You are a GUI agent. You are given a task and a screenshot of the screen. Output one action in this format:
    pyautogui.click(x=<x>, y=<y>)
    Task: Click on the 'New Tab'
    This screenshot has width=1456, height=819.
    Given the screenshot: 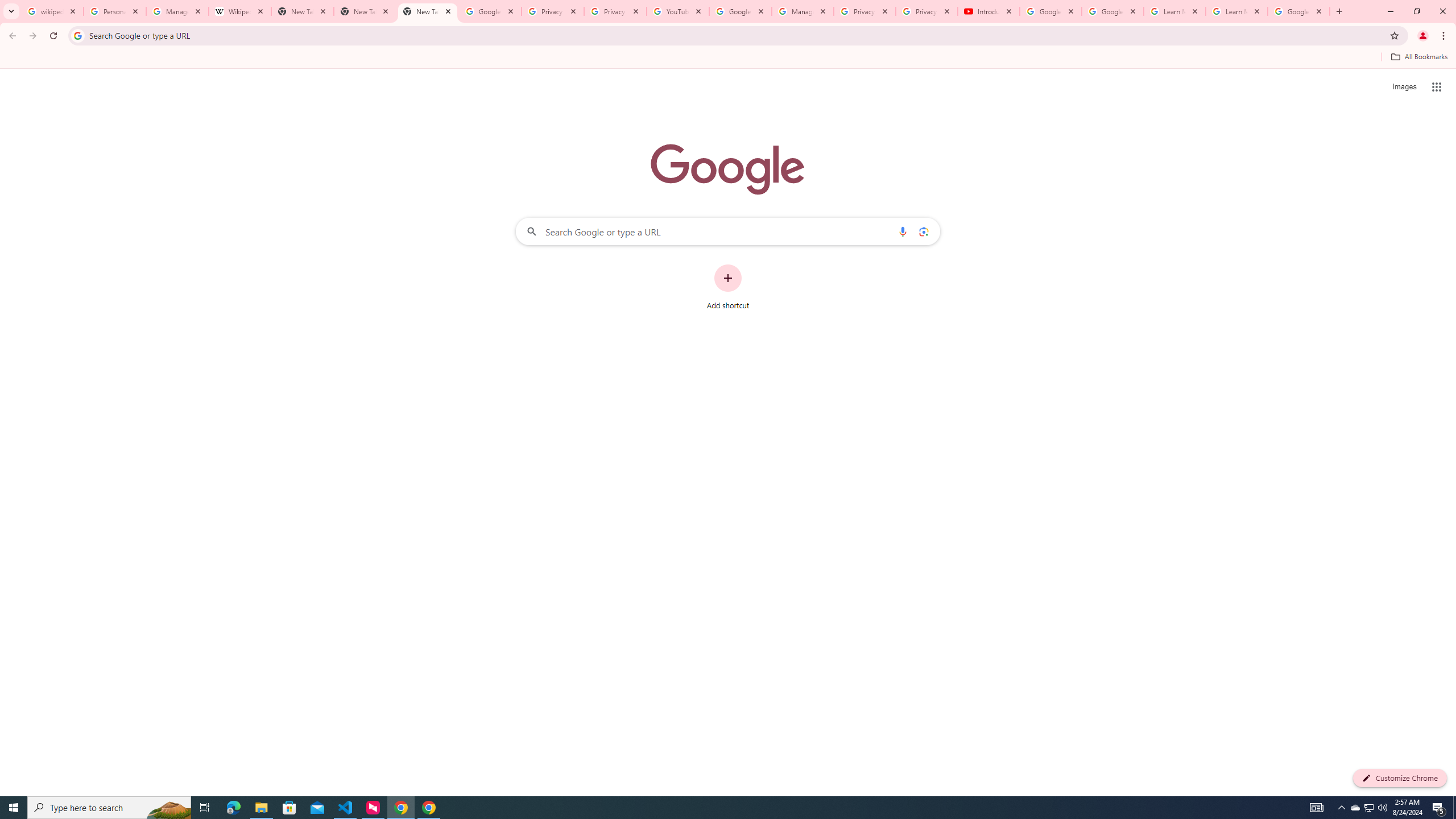 What is the action you would take?
    pyautogui.click(x=365, y=11)
    